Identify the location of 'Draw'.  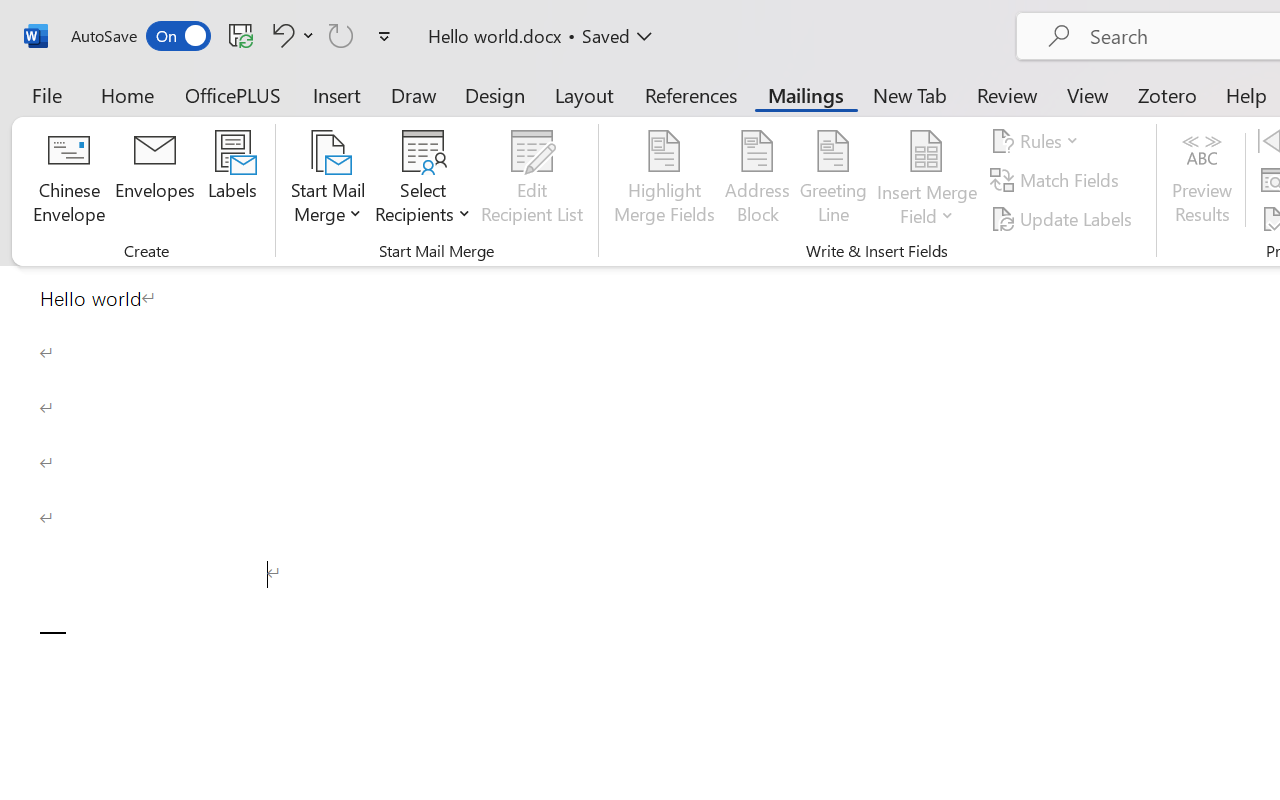
(413, 94).